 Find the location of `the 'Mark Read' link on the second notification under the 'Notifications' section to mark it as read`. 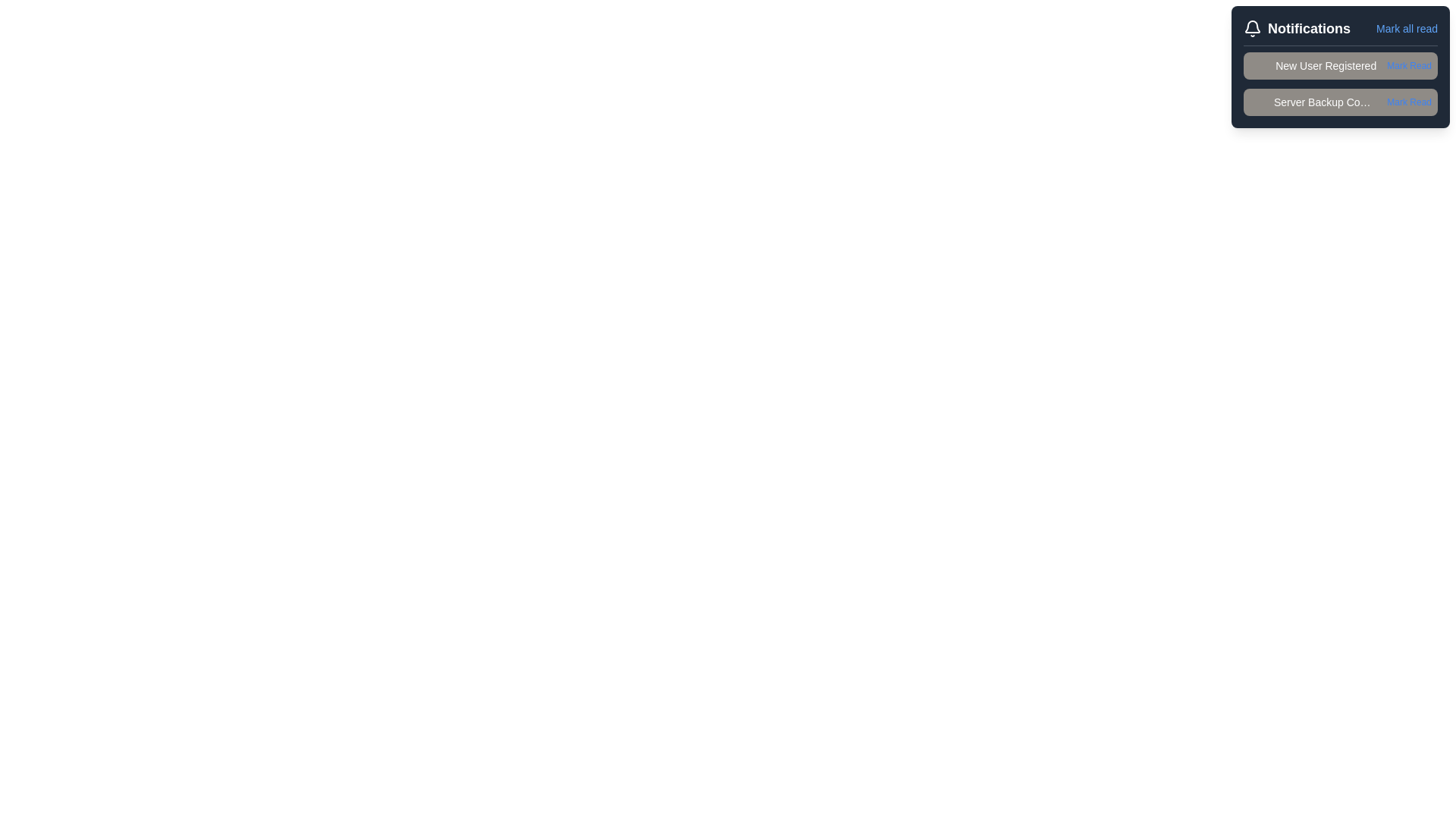

the 'Mark Read' link on the second notification under the 'Notifications' section to mark it as read is located at coordinates (1340, 84).